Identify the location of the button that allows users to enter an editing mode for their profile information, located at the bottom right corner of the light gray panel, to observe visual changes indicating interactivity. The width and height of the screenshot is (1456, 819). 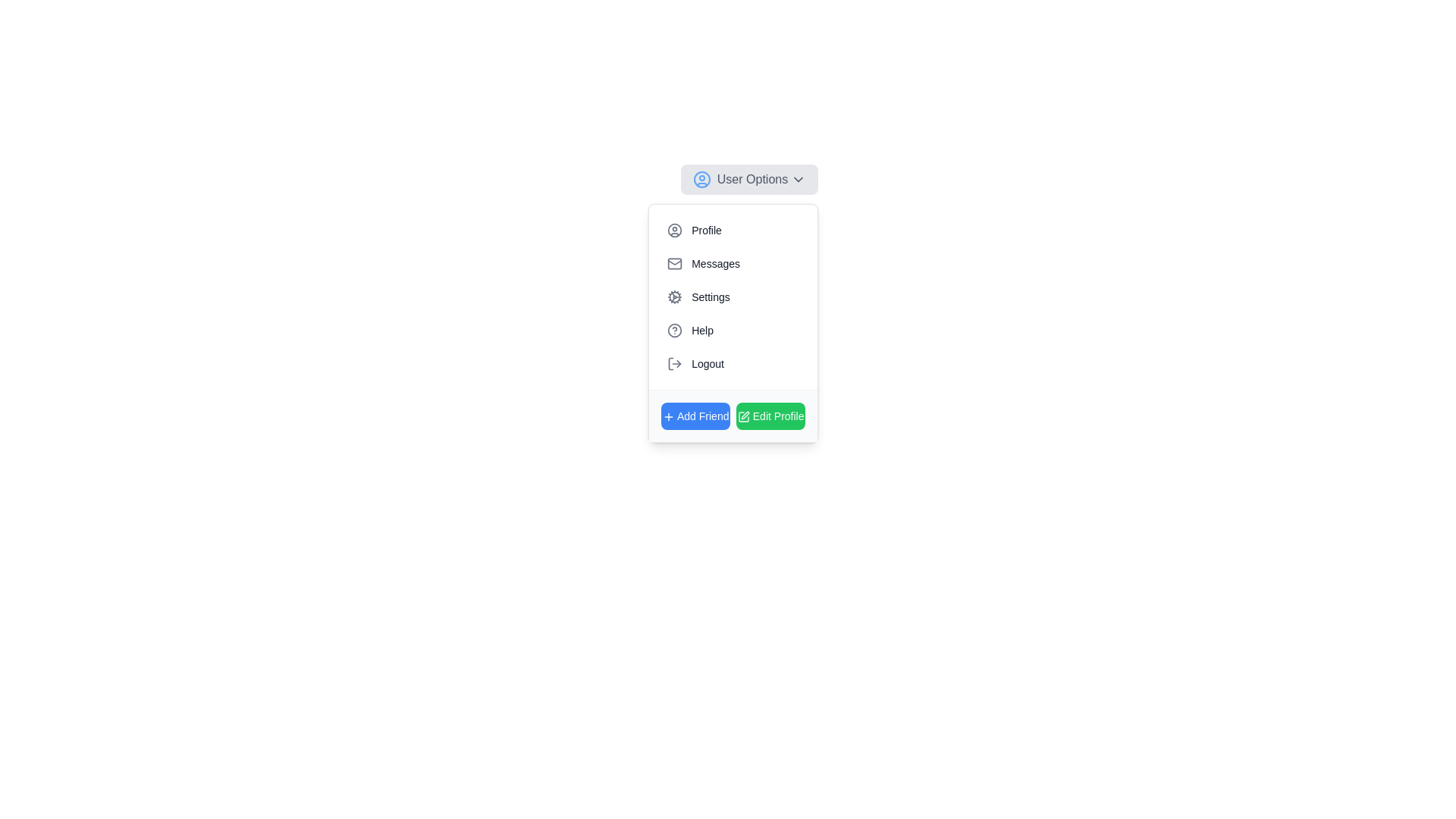
(770, 416).